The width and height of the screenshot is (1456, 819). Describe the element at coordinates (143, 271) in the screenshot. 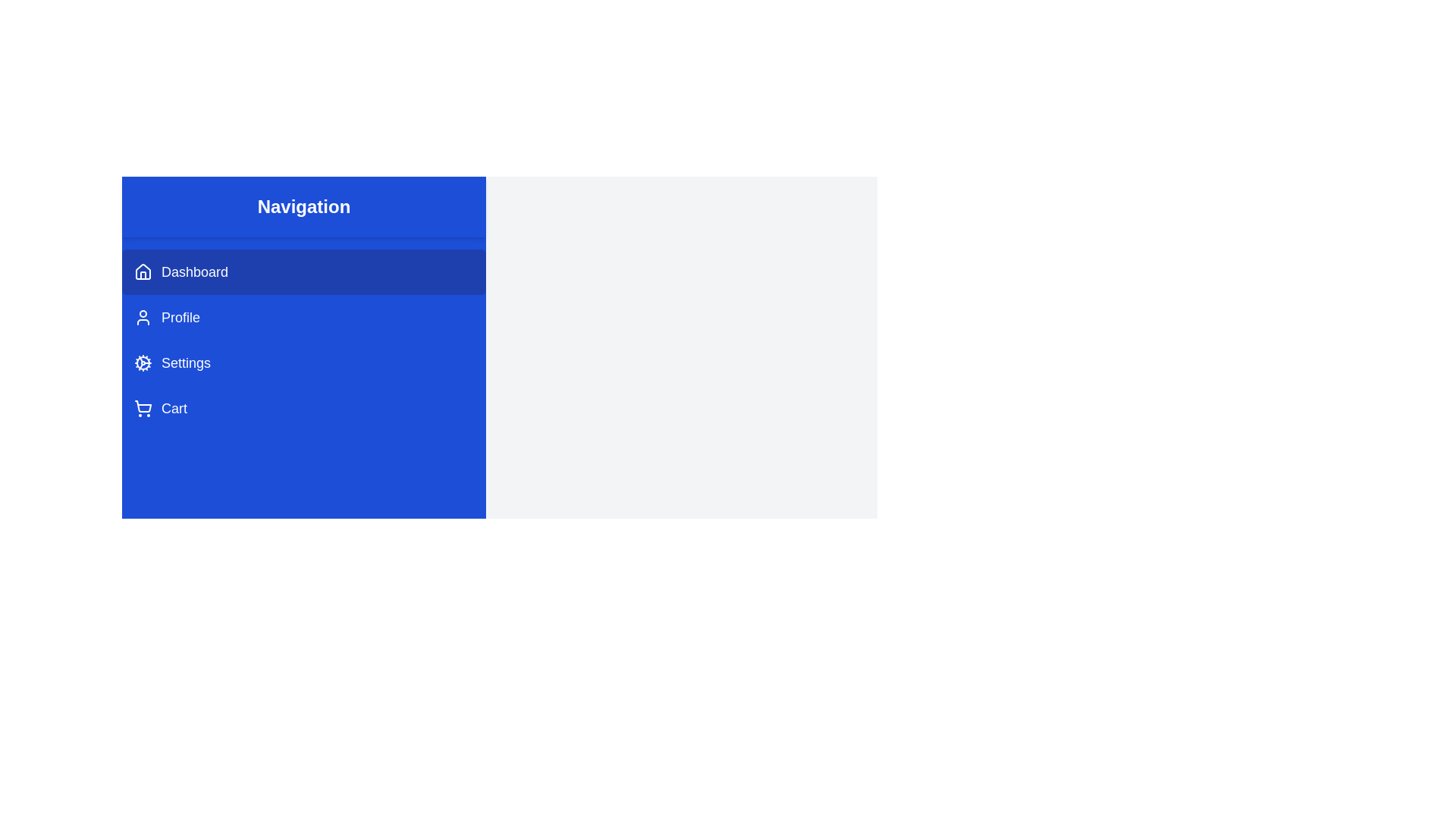

I see `the 'Dashboard' navigation button which encompasses the icon located towards the left side of the button` at that location.